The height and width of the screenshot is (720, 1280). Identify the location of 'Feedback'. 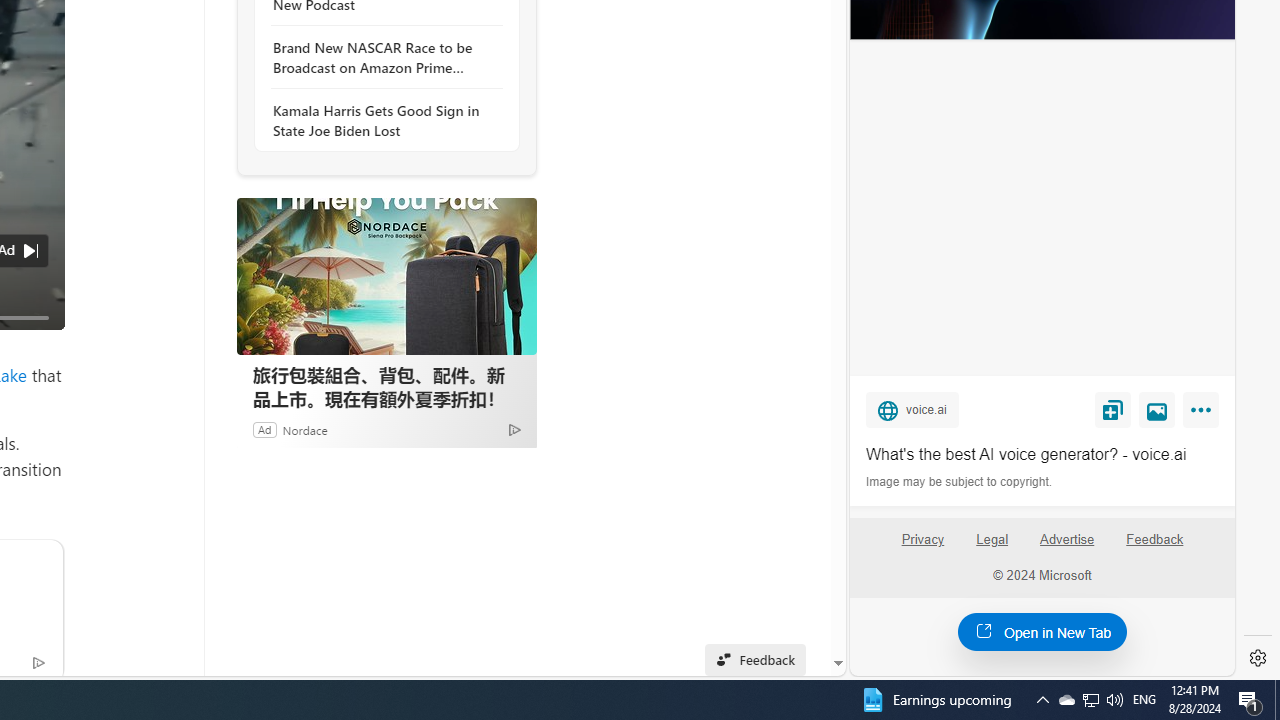
(1155, 547).